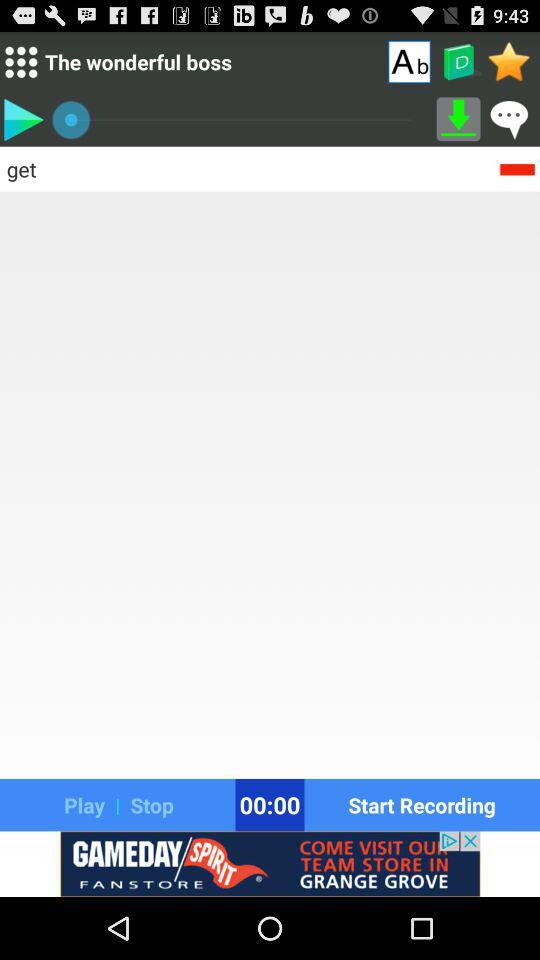 The width and height of the screenshot is (540, 960). I want to click on shows letters option, so click(408, 61).